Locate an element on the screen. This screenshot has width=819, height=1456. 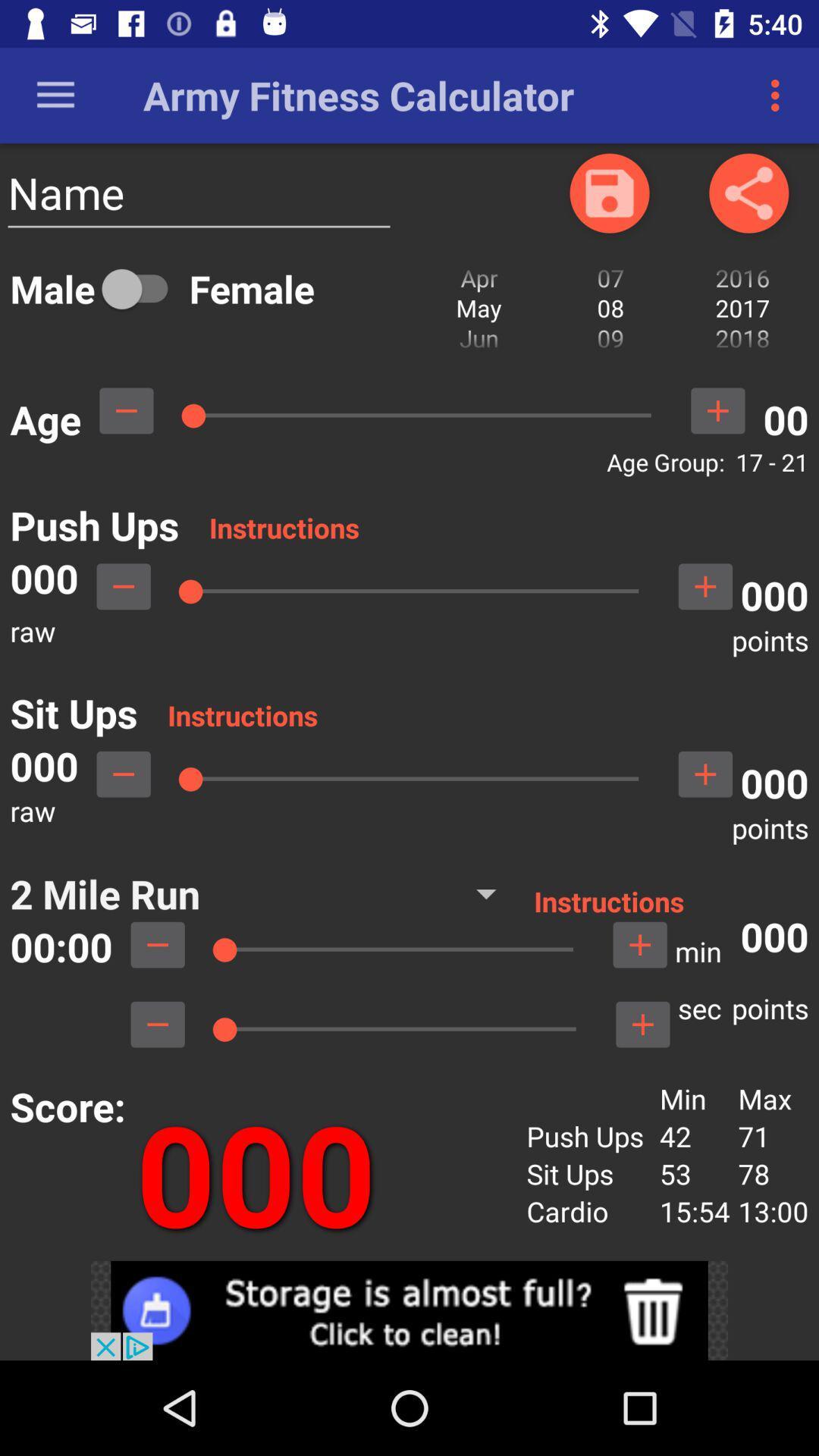
icon is located at coordinates (608, 192).